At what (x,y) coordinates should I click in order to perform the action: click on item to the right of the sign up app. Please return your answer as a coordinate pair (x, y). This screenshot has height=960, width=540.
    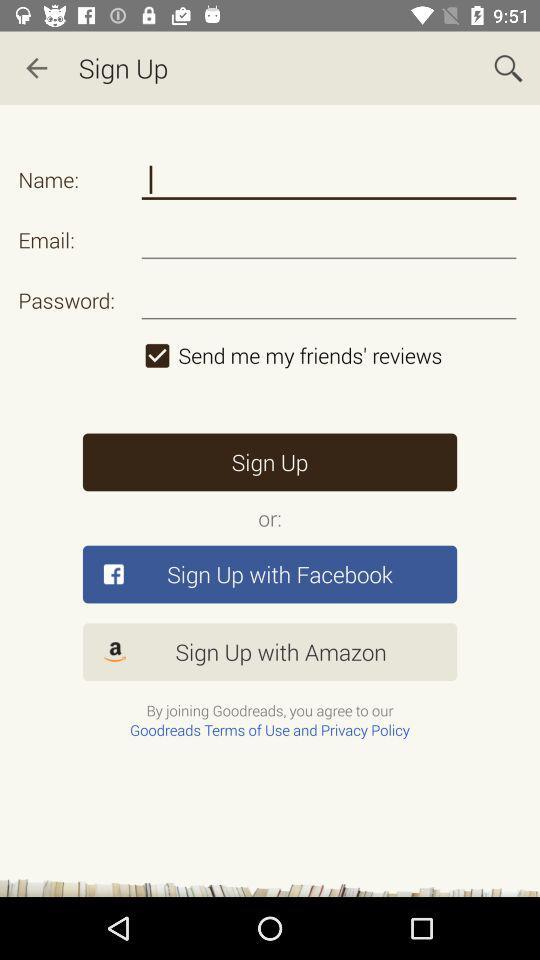
    Looking at the image, I should click on (508, 68).